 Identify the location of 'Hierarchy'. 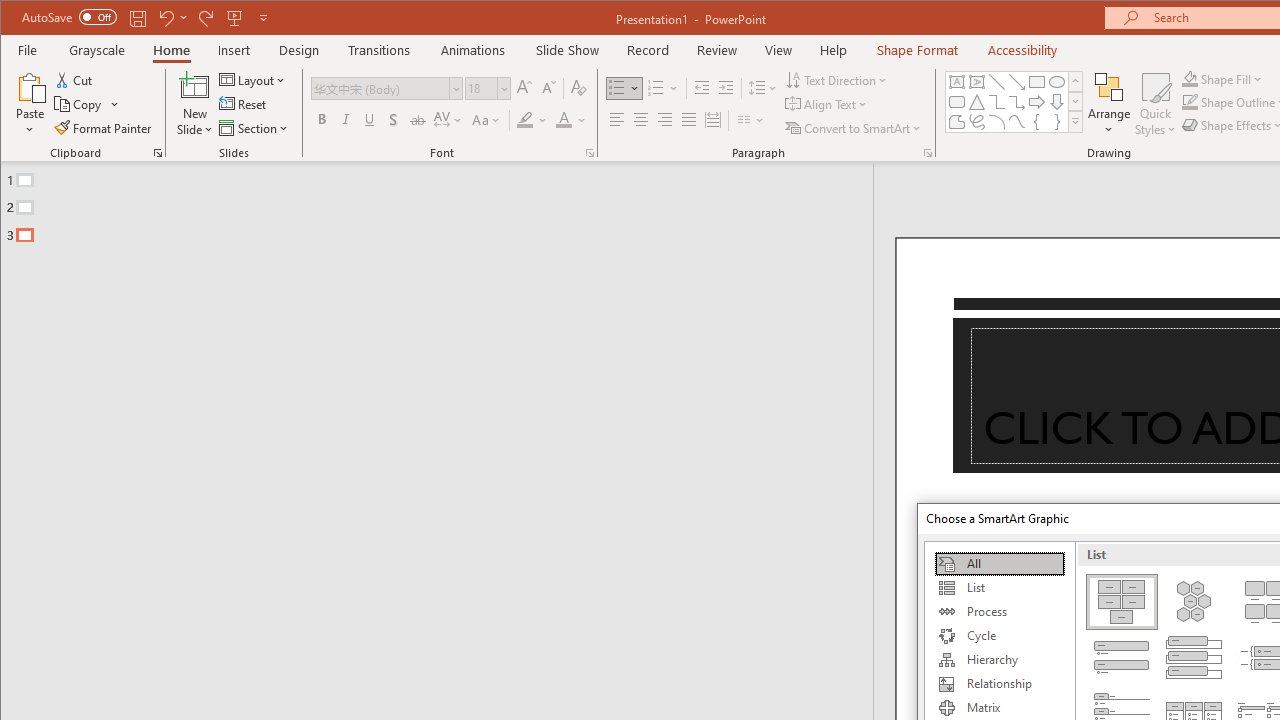
(999, 659).